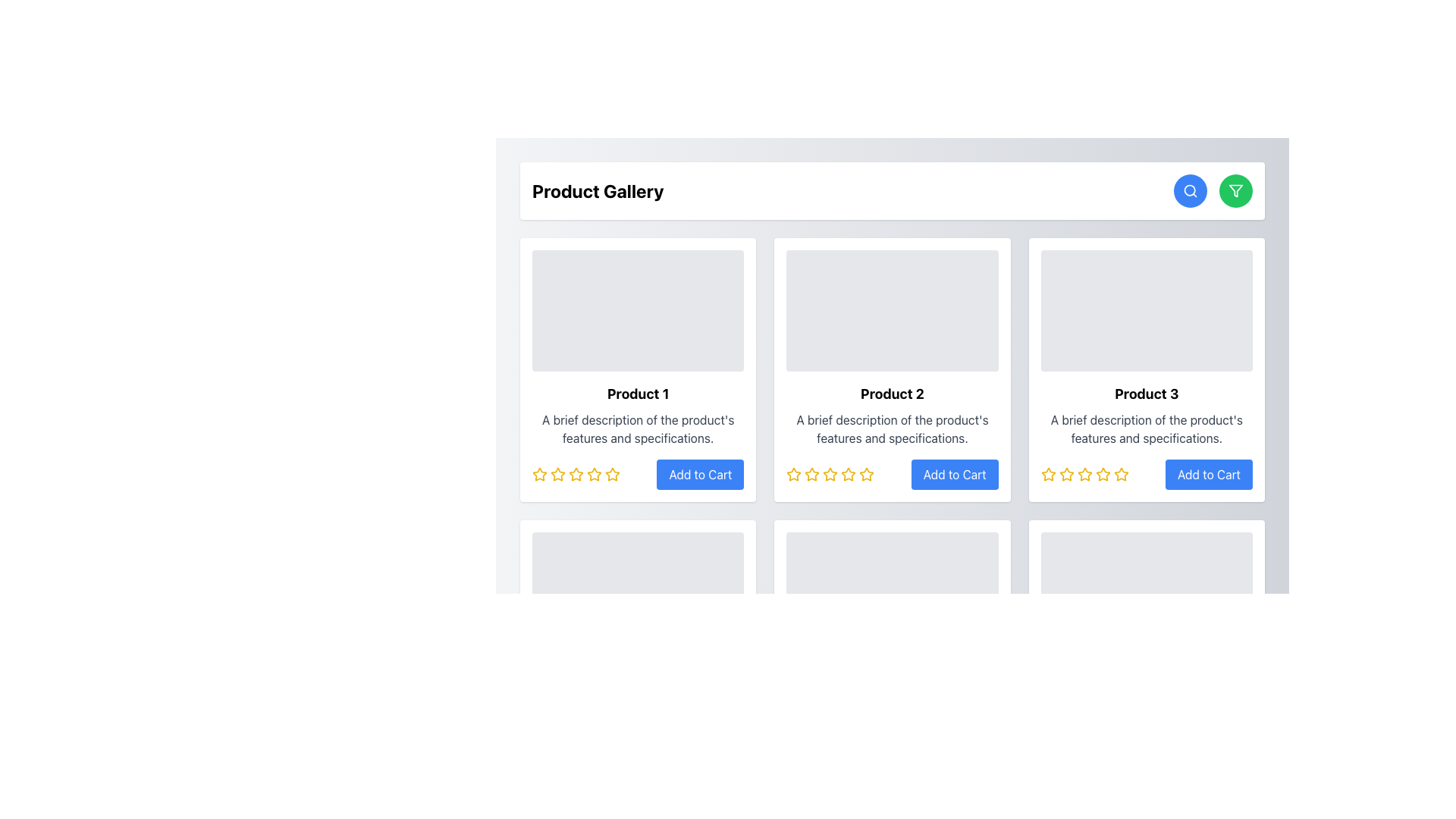  I want to click on text block containing 'A brief description of the product's features and specifications.' which is centrally aligned under the product title 'Product 2', so click(892, 429).